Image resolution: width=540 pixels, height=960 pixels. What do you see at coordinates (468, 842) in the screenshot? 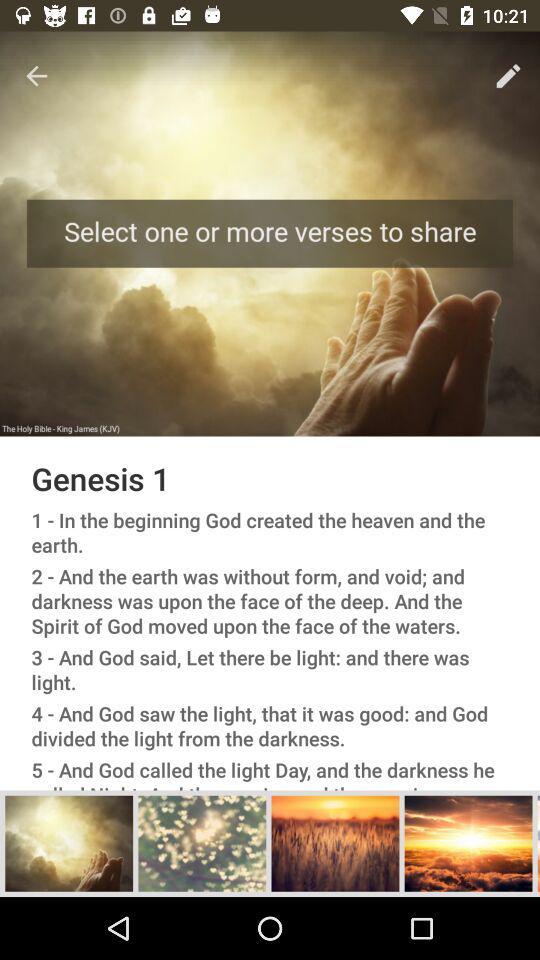
I see `to share this picture` at bounding box center [468, 842].